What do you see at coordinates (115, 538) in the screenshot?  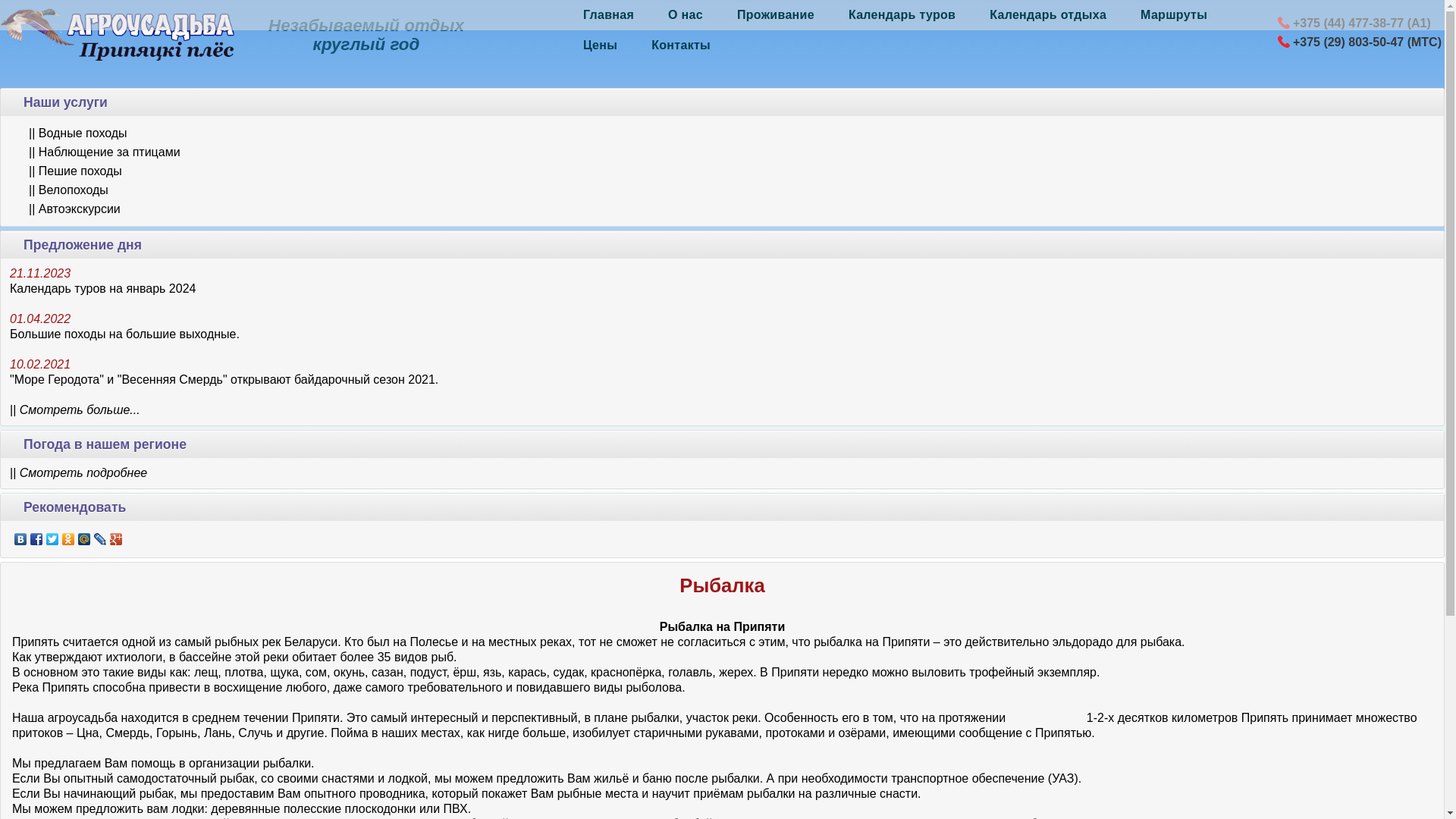 I see `'Google Plus'` at bounding box center [115, 538].